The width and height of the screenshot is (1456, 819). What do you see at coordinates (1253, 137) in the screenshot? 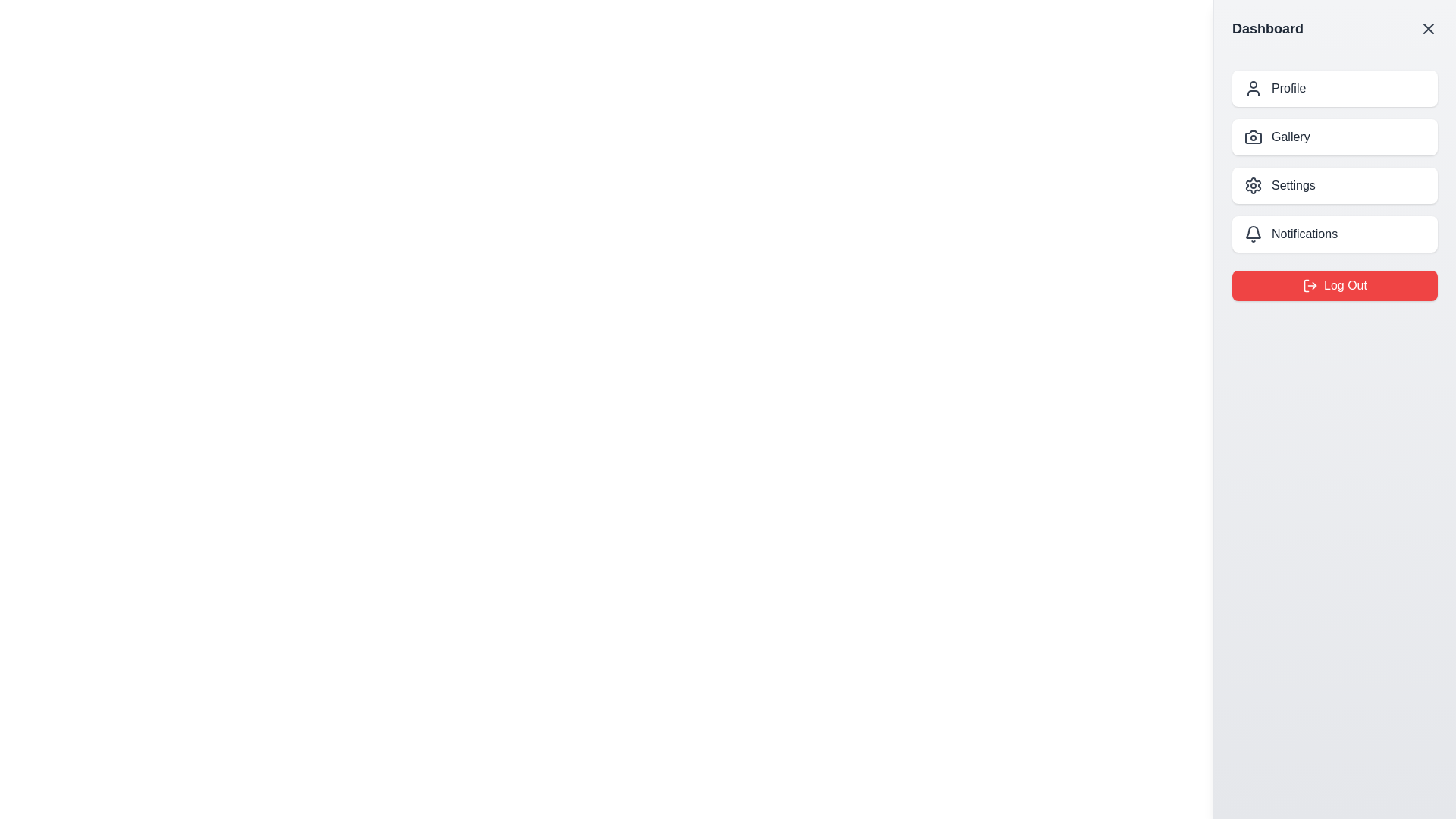
I see `the decorative graphical component of the 'Gallery' menu option located in the sidebar under 'Dashboard', which is positioned directly left of the text 'Gallery'` at bounding box center [1253, 137].